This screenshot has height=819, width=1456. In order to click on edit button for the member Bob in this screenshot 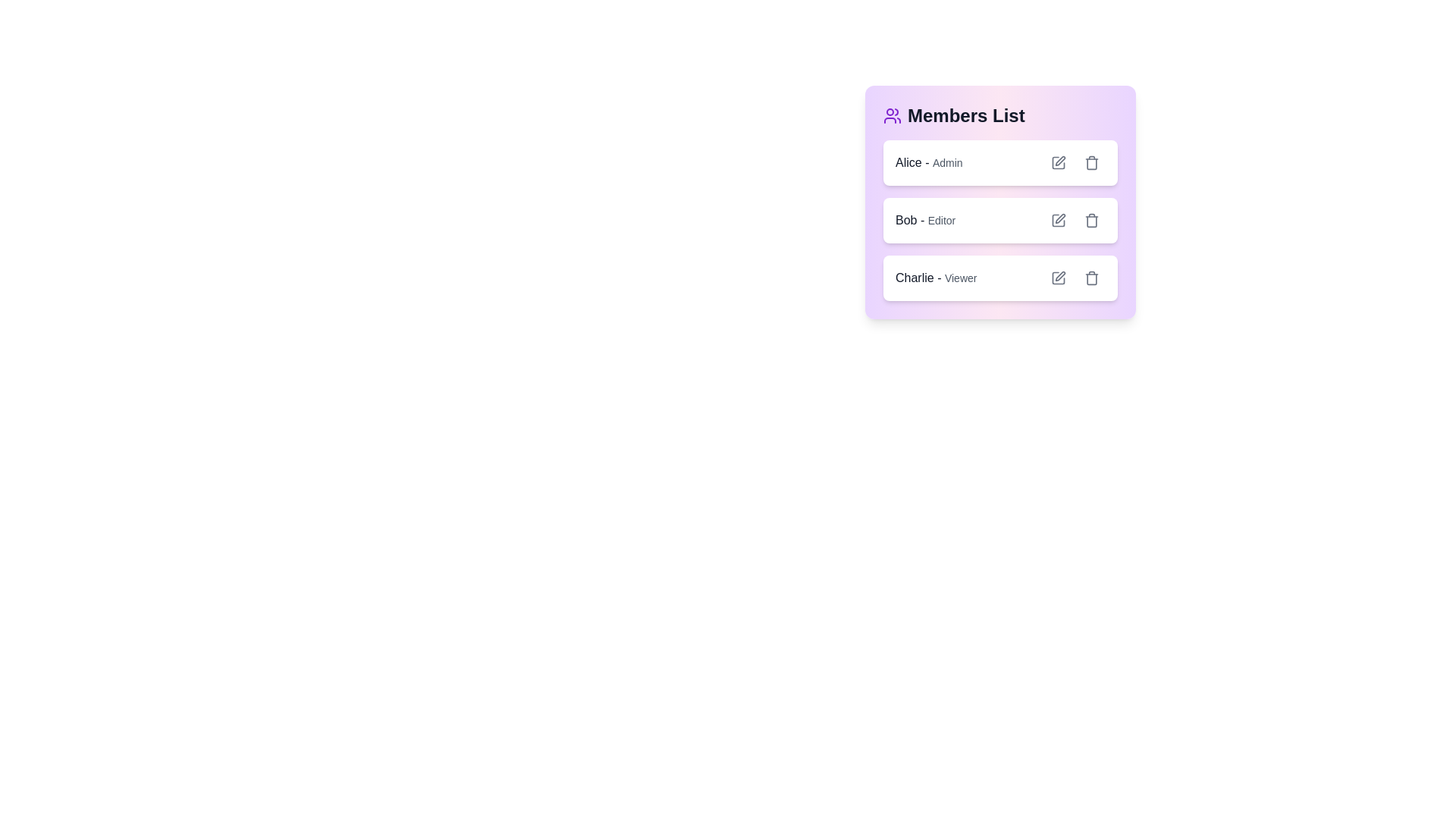, I will do `click(1058, 220)`.